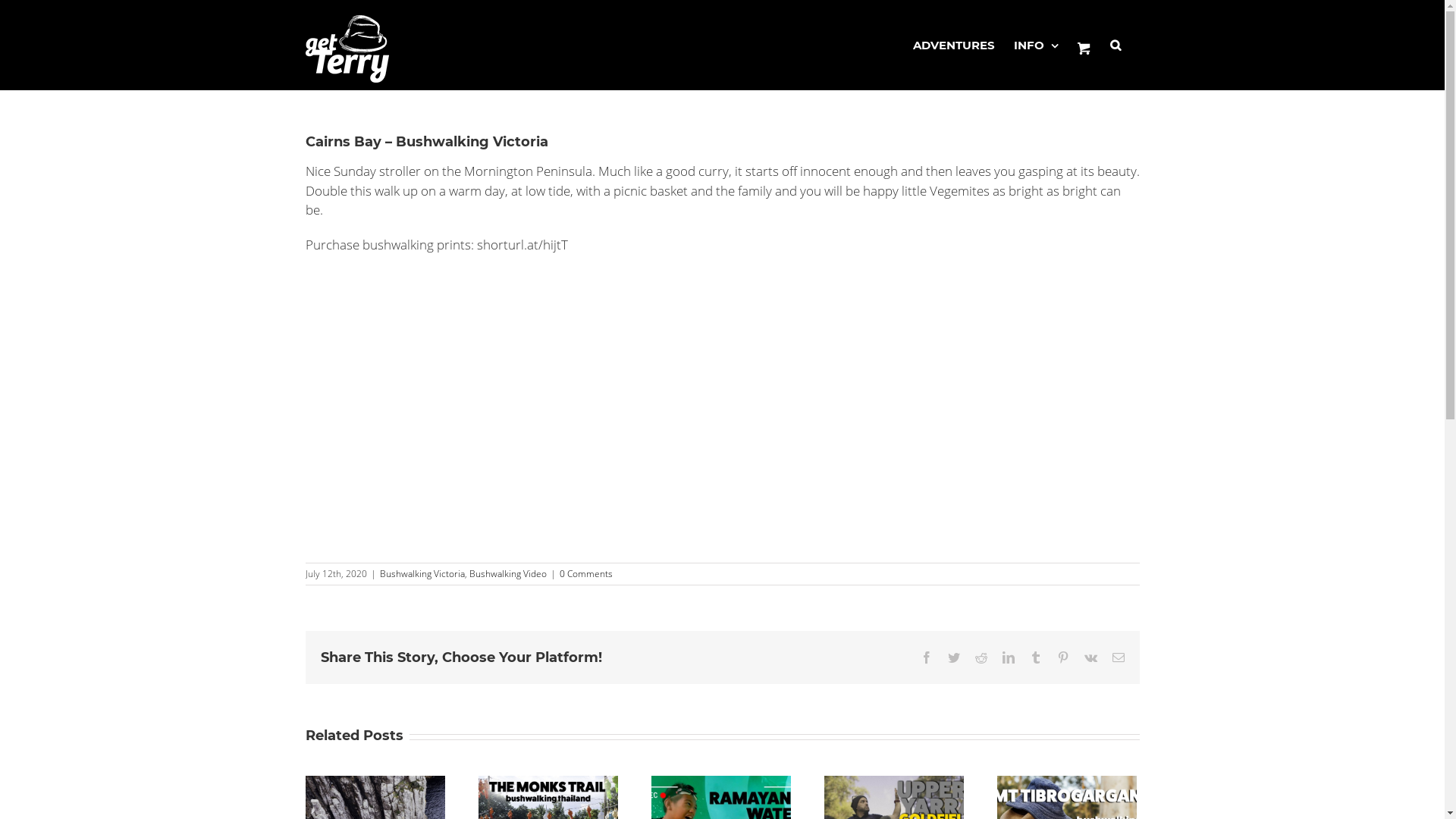  I want to click on 'LinkedIn', so click(1008, 657).